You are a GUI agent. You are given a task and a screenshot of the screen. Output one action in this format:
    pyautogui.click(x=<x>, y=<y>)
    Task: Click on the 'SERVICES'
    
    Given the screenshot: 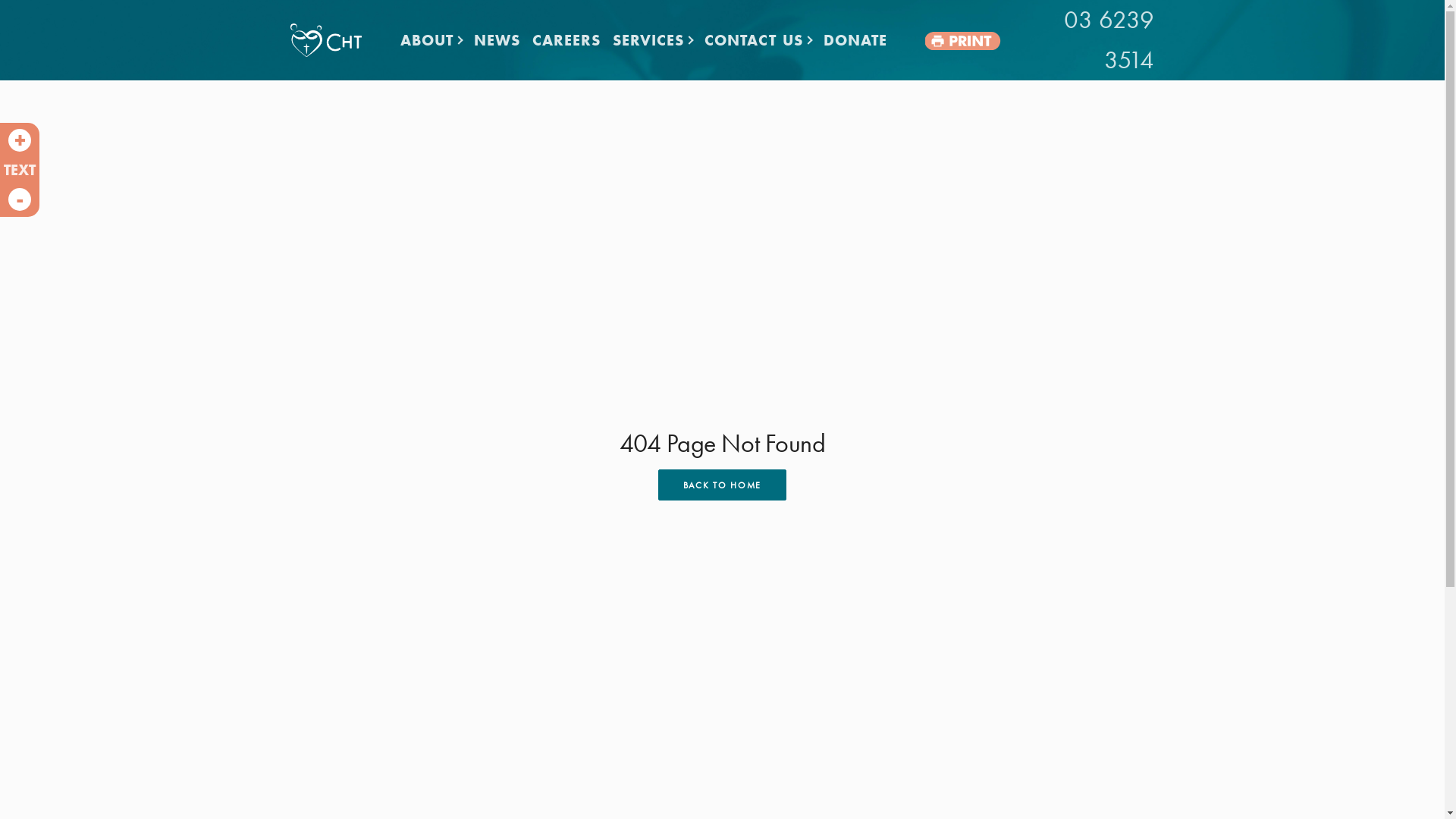 What is the action you would take?
    pyautogui.click(x=652, y=39)
    